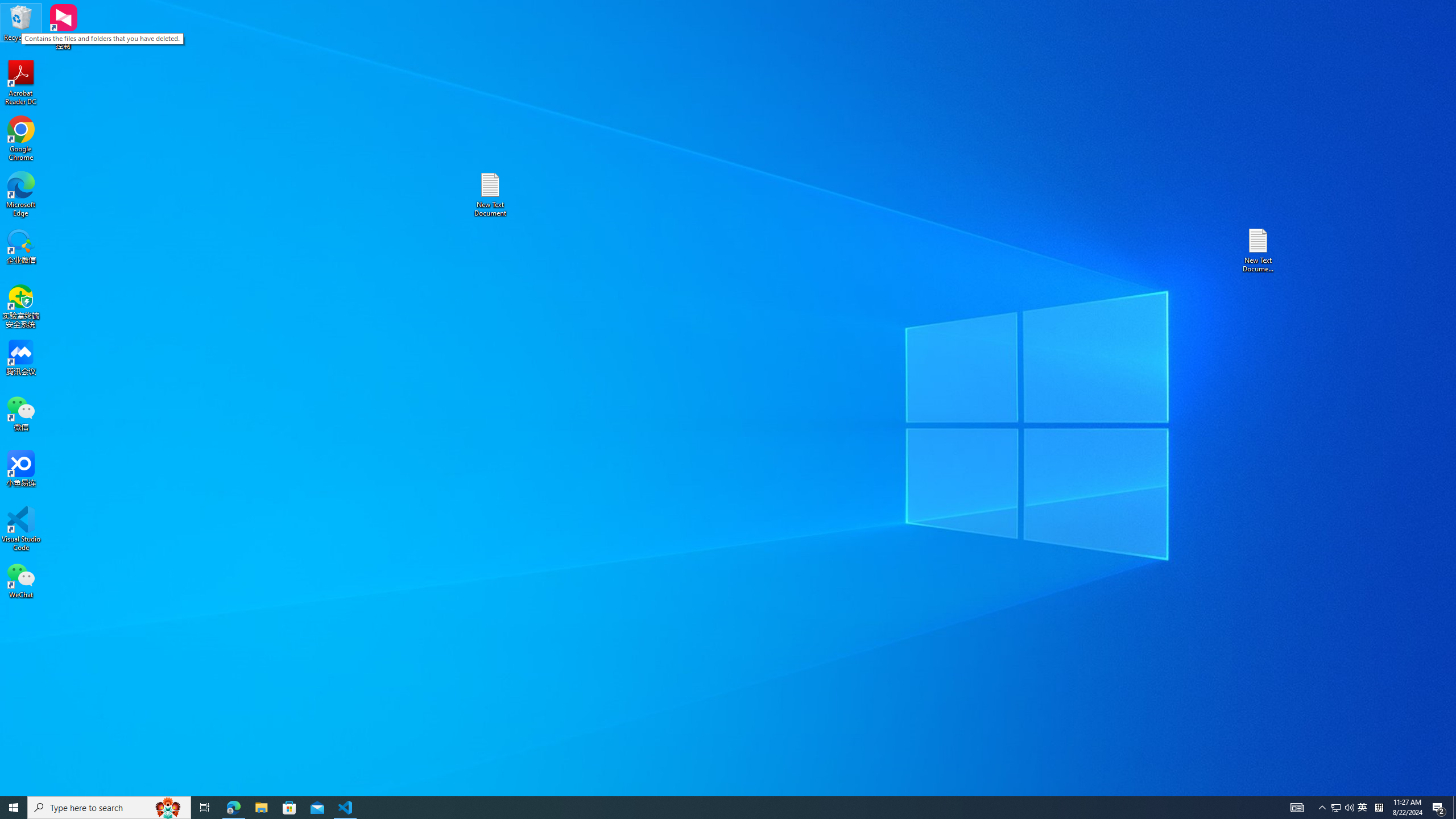 Image resolution: width=1456 pixels, height=819 pixels. Describe the element at coordinates (20, 22) in the screenshot. I see `'Recycle Bin'` at that location.